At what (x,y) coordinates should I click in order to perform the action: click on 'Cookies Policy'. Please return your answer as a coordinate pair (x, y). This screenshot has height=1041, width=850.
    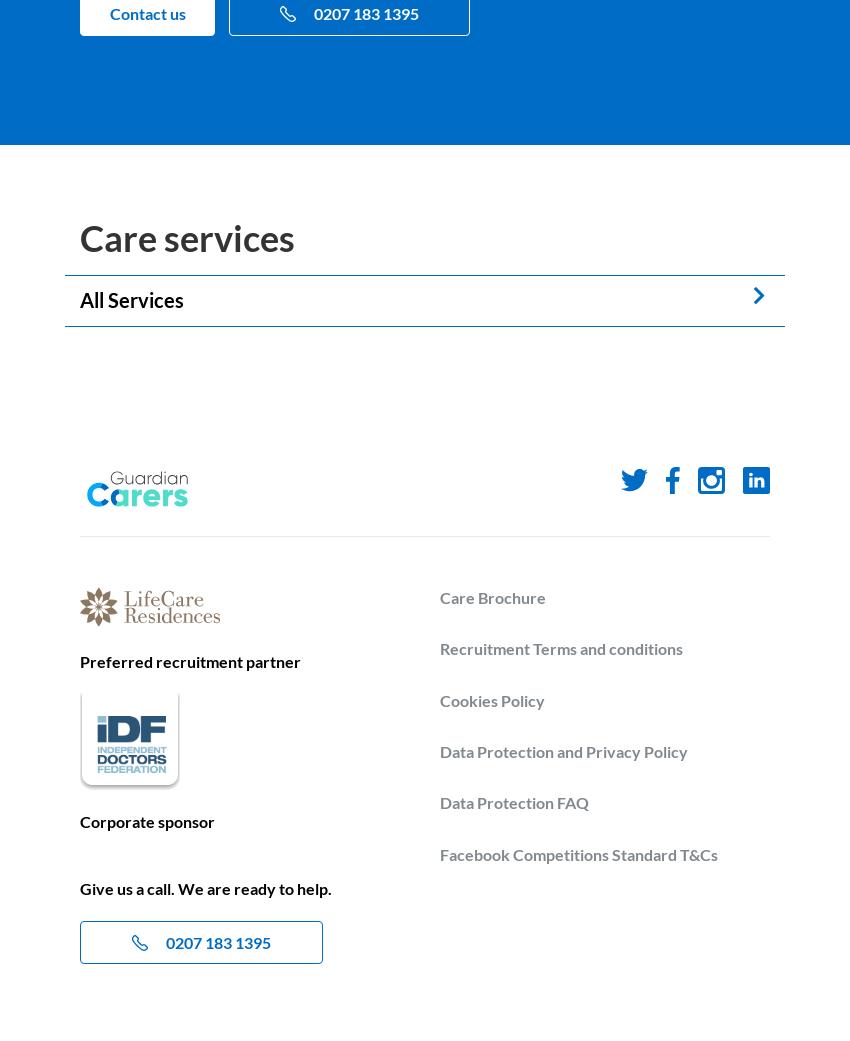
    Looking at the image, I should click on (492, 698).